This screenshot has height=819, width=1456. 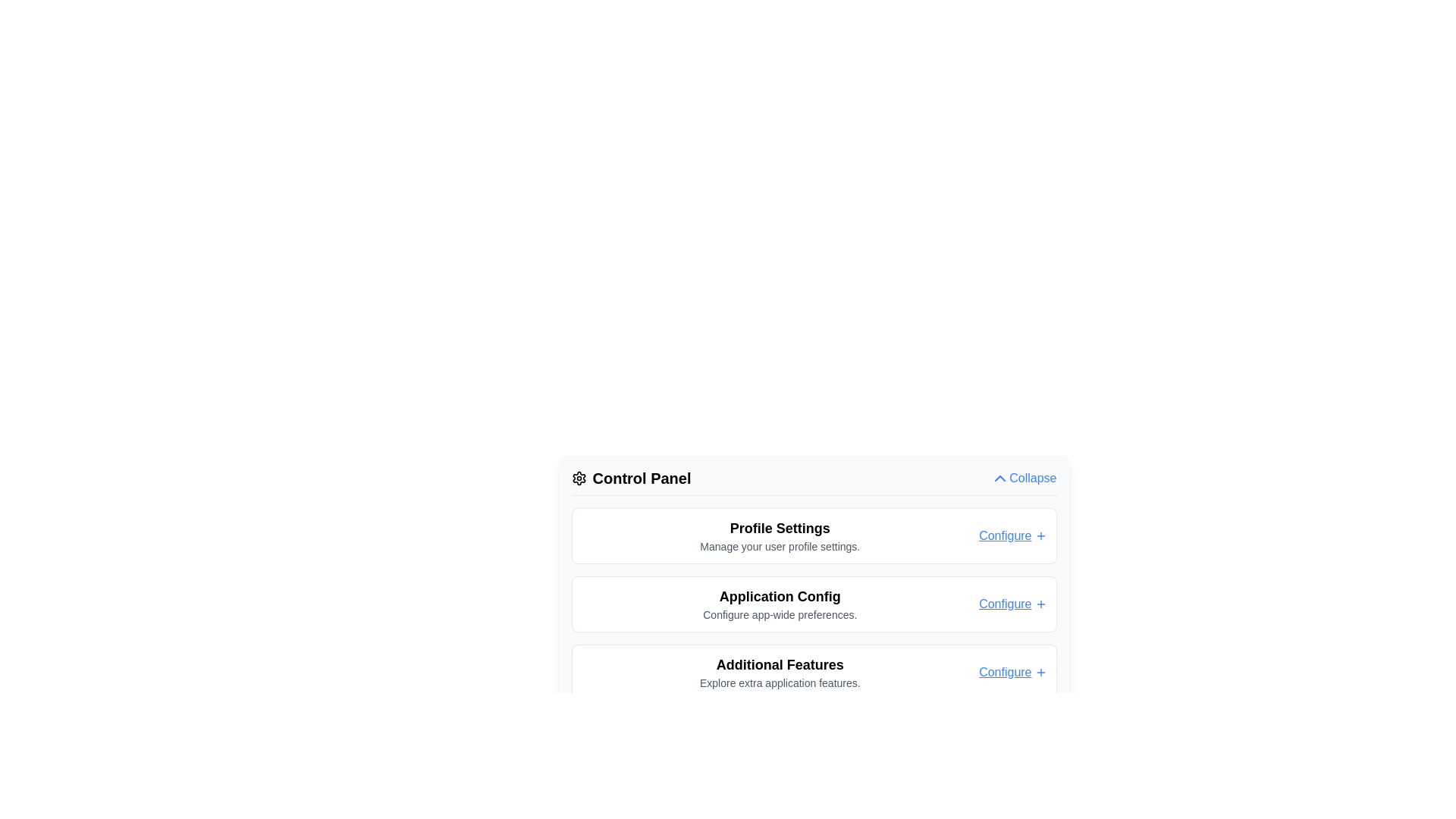 I want to click on the small plus icon located to the right of the 'Configure' text in the 'Application Config' row, so click(x=1040, y=604).